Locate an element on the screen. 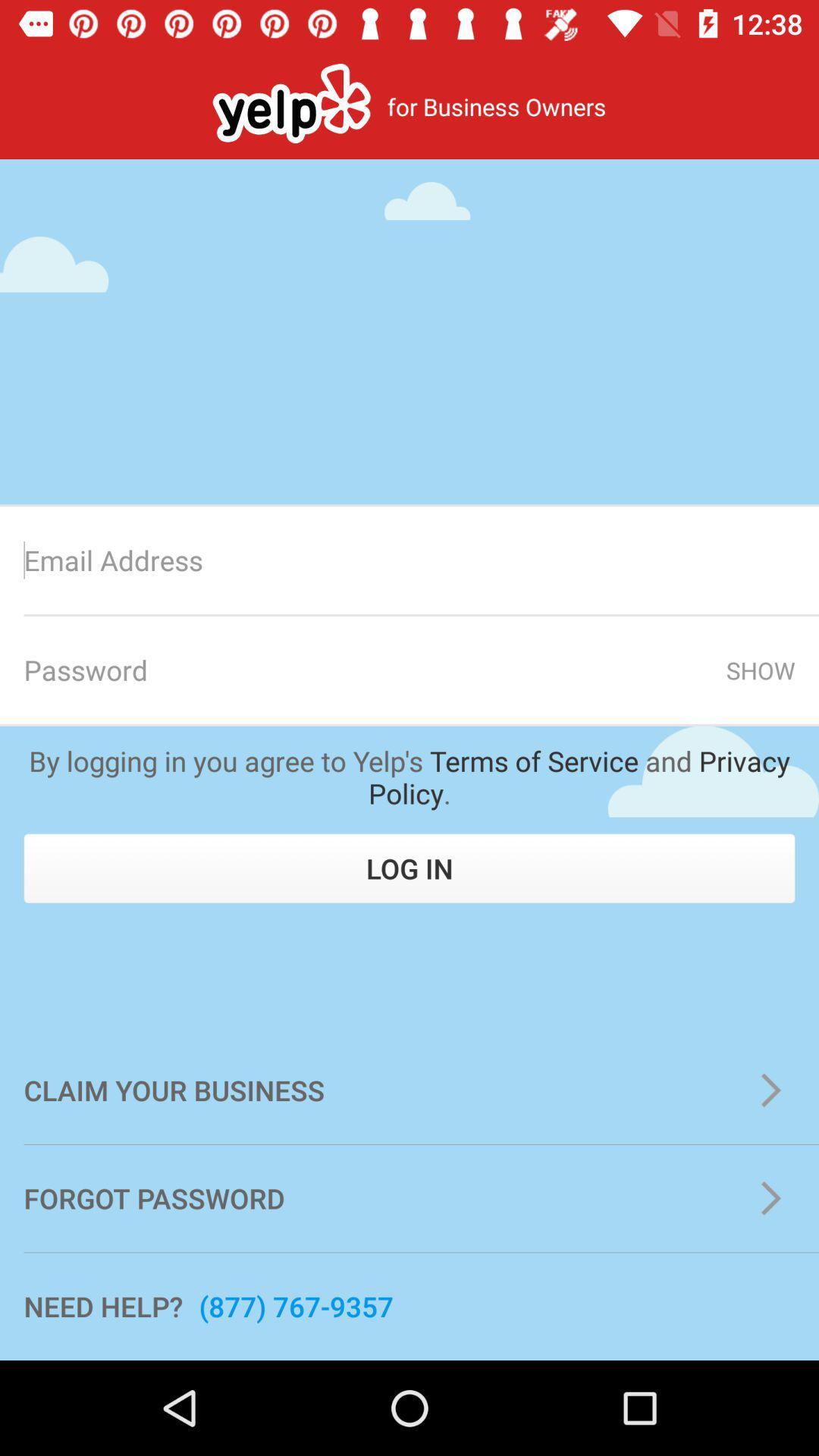 The image size is (819, 1456). the by logging in item is located at coordinates (409, 777).